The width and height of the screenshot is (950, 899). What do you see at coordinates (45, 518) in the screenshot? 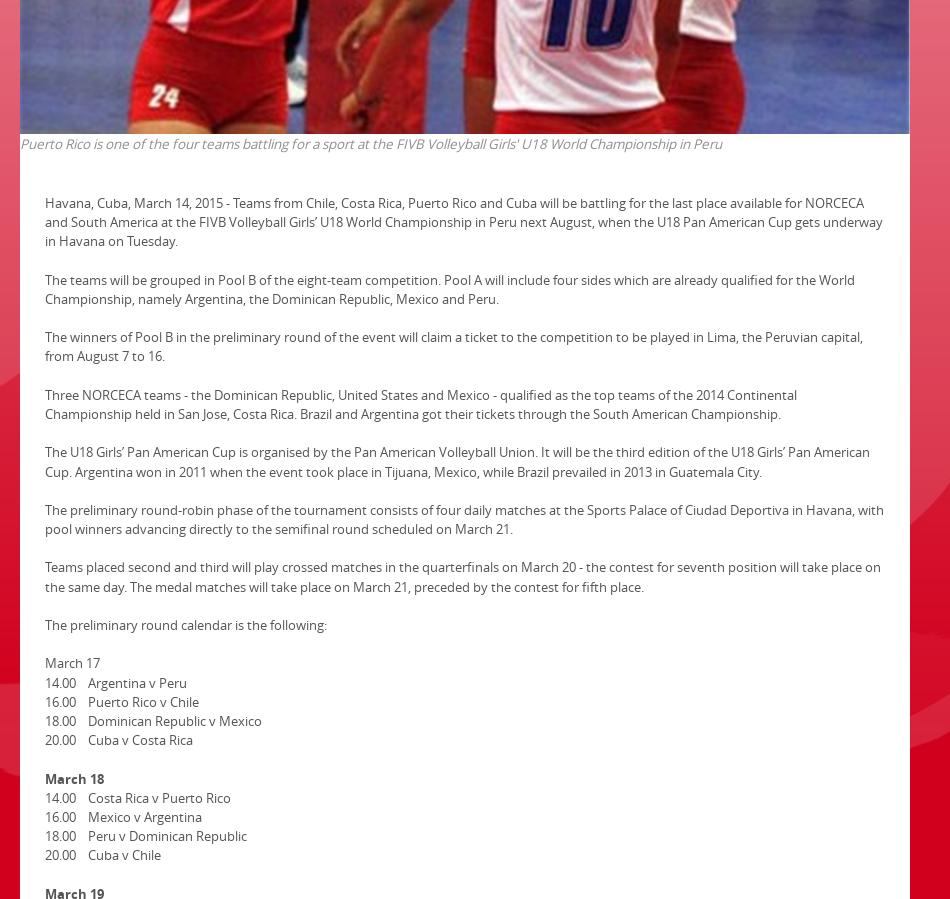
I see `'The preliminary round-robin phase of the tournament consists of four daily matches at the Sports Palace of Ciudad Deportiva in Havana, with pool winners advancing directly to the semifinal round scheduled on March 21.'` at bounding box center [45, 518].